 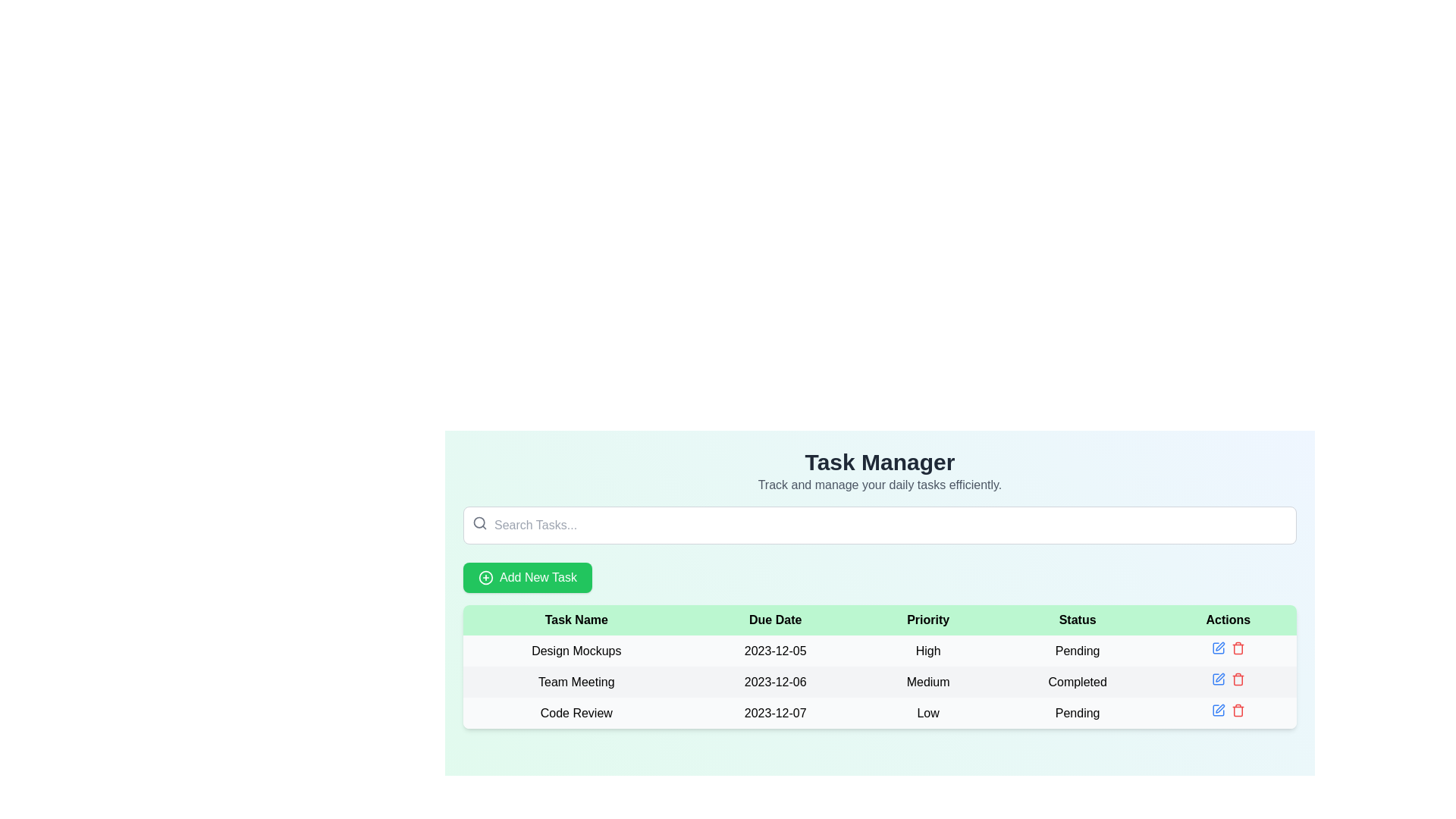 I want to click on the 'High' text label in the third column of the first row under the 'Priority' heading in the task table, so click(x=927, y=650).